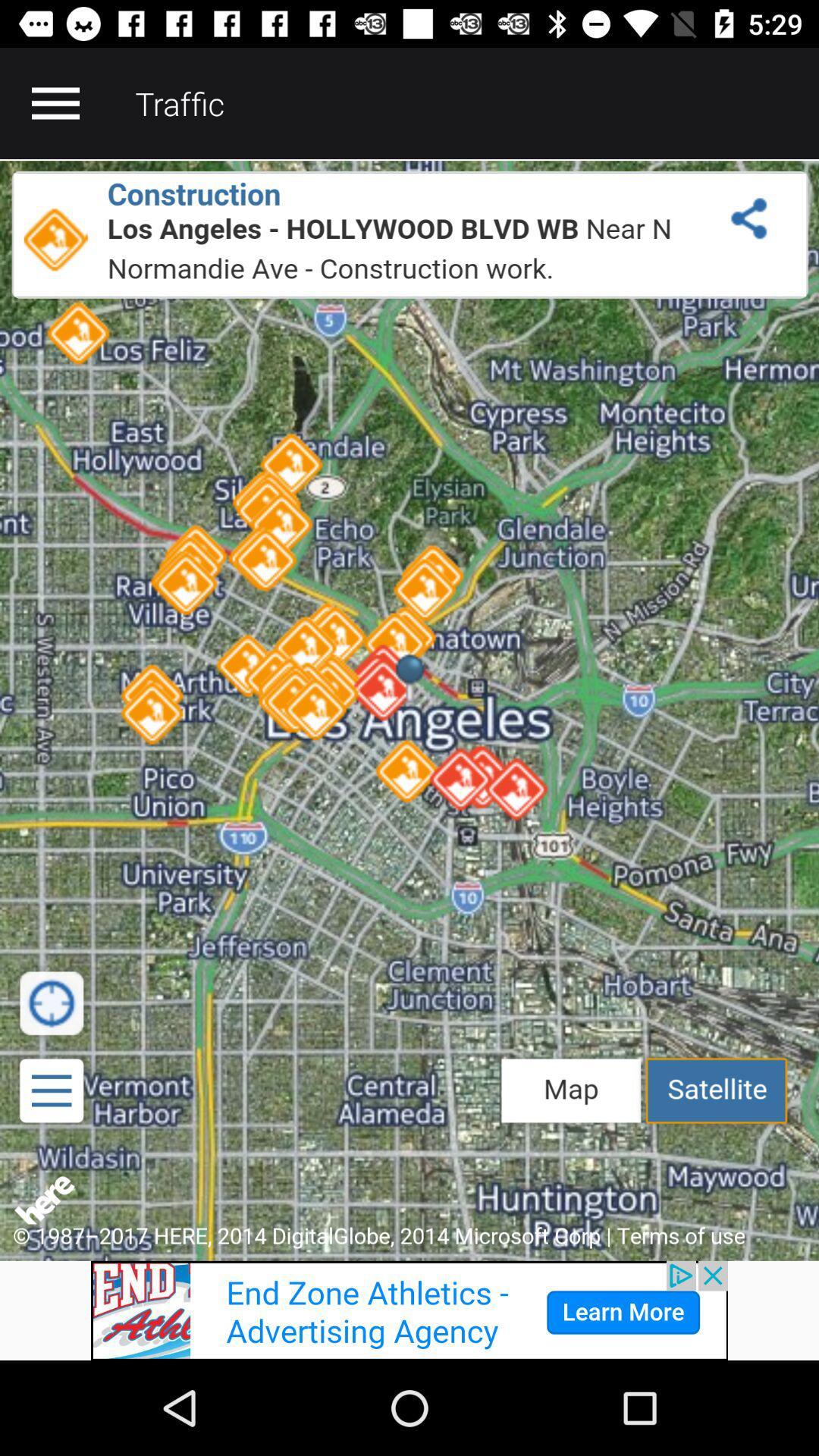  Describe the element at coordinates (409, 1310) in the screenshot. I see `advertisement` at that location.